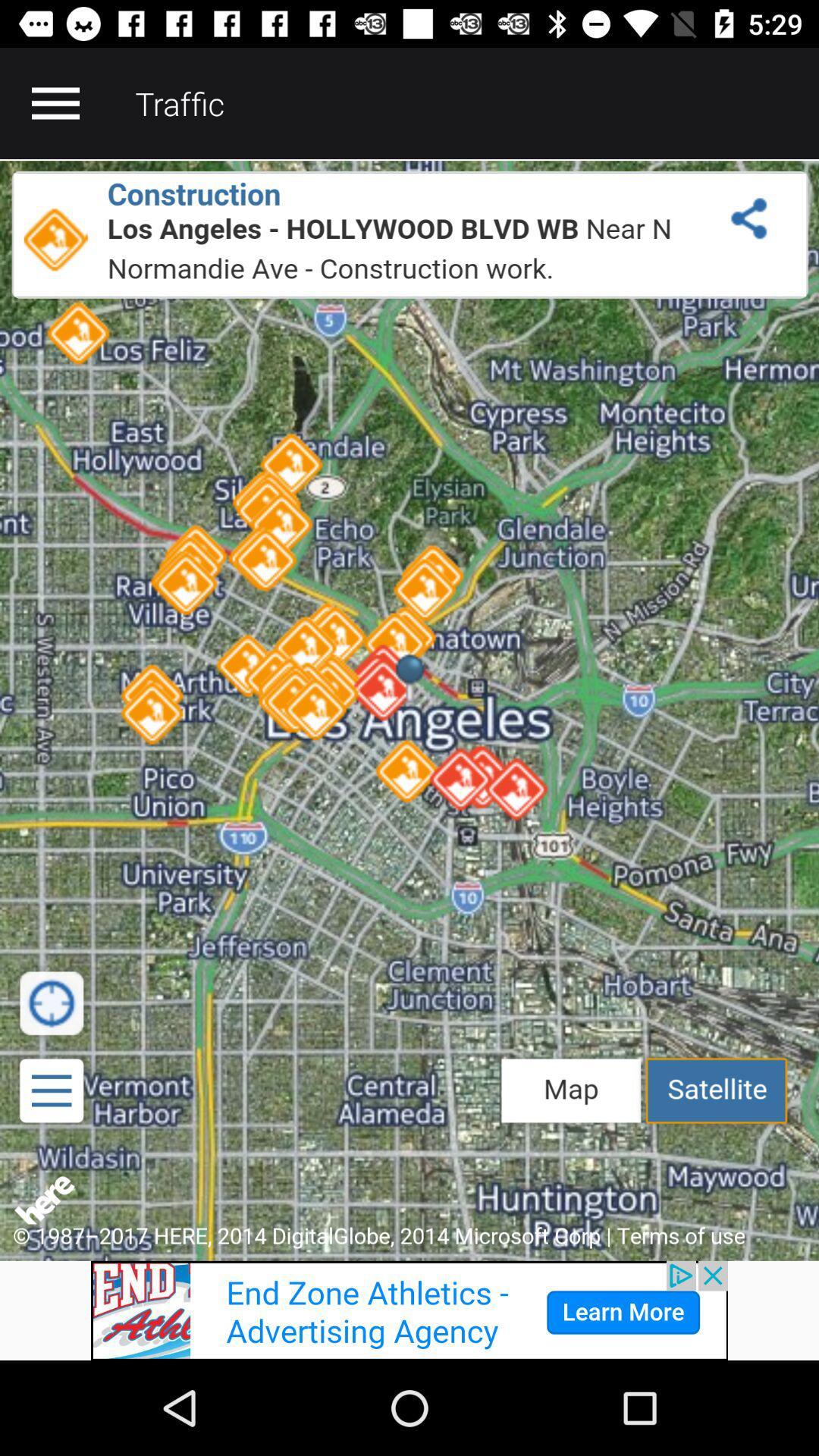  Describe the element at coordinates (409, 1310) in the screenshot. I see `advertisement` at that location.